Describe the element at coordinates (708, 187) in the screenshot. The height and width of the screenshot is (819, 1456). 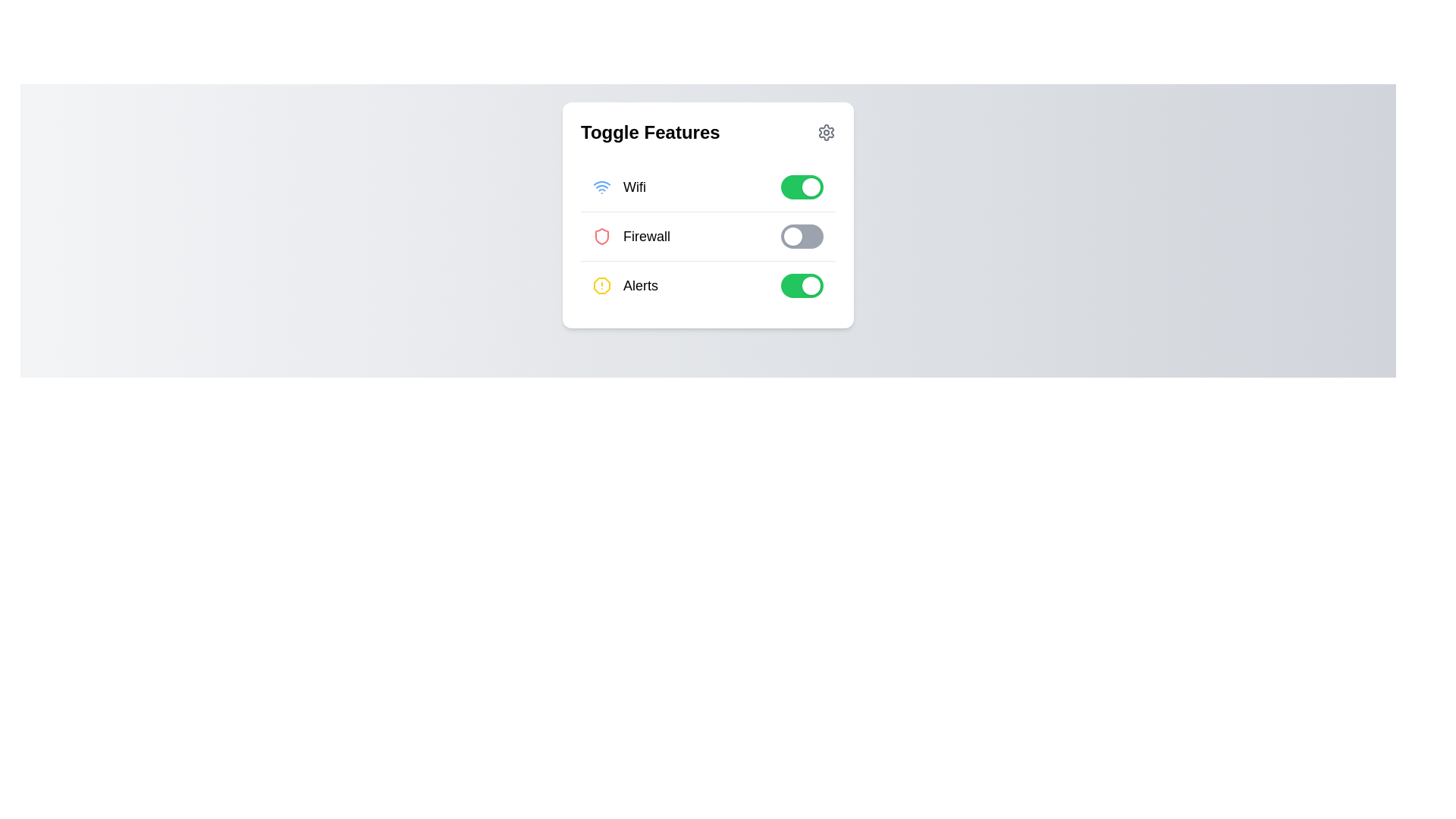
I see `the first row in the feature toggle interface that contains the Wifi toggle switch, which allows the user to enable or disable the Wifi feature` at that location.